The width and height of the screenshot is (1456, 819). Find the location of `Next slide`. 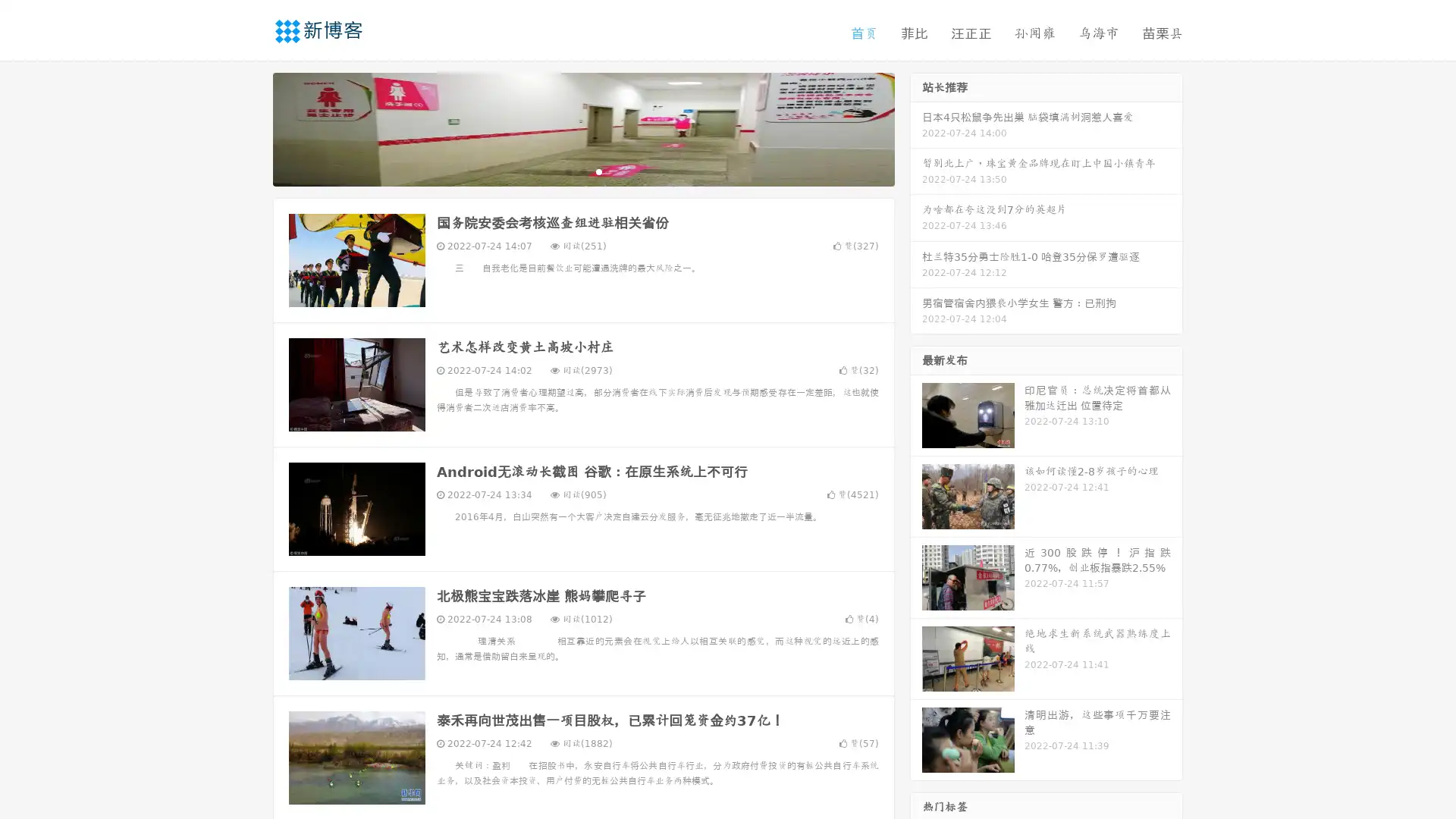

Next slide is located at coordinates (916, 127).